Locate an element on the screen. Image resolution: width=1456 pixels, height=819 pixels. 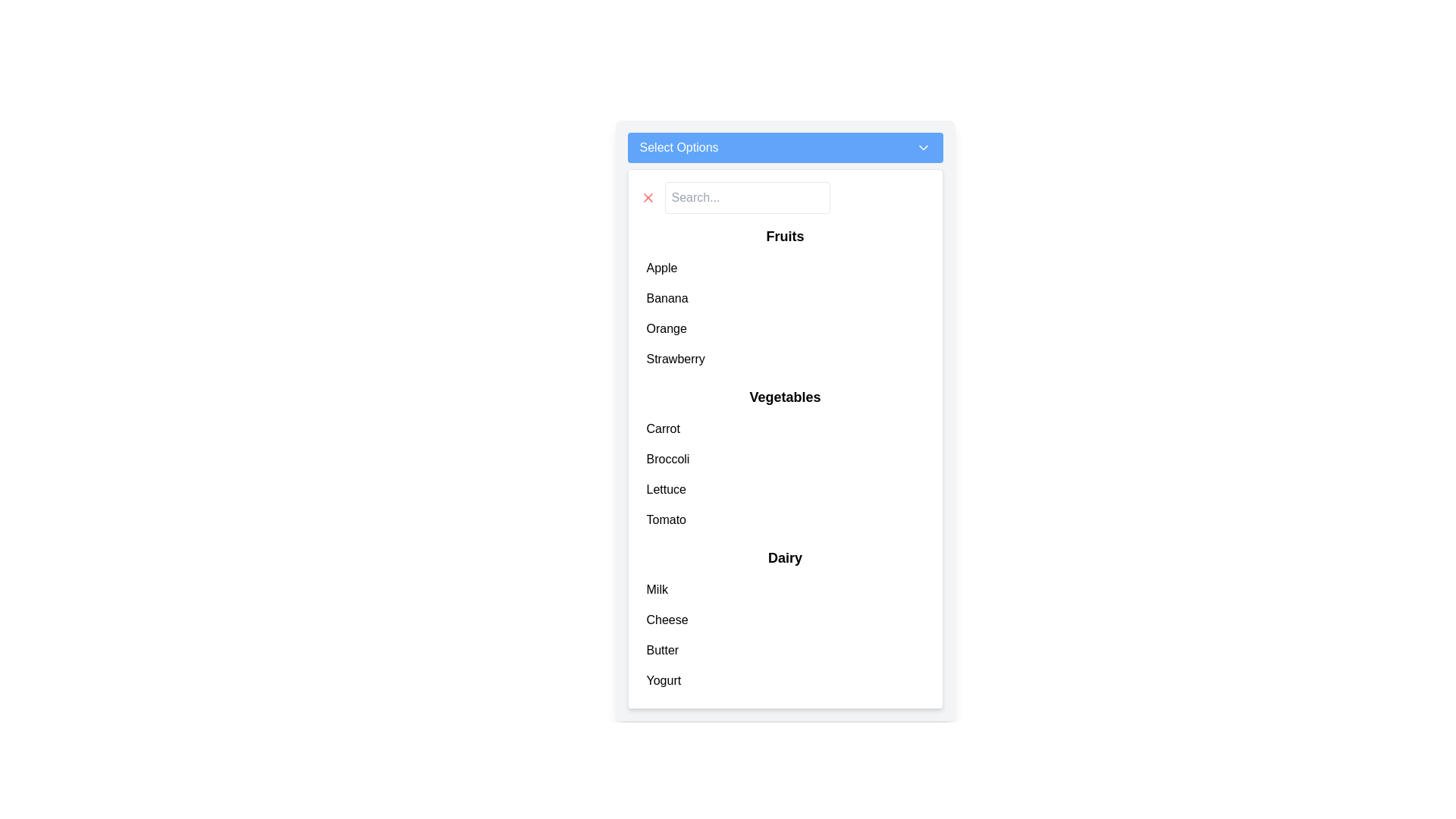
the text label displaying the word 'Banana' in the vertically arranged list of items under the category 'Fruits' is located at coordinates (667, 298).